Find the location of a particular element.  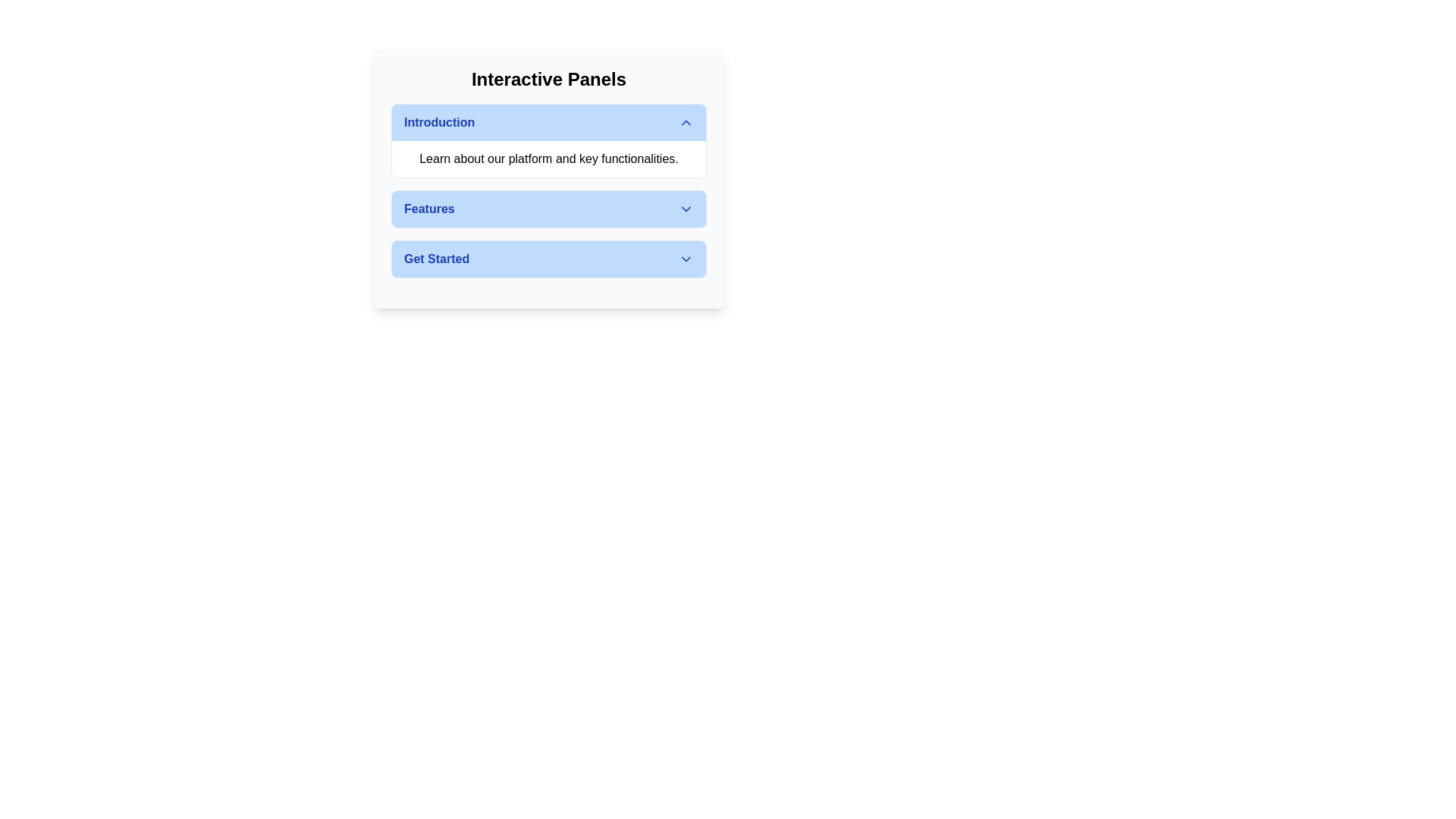

the text label reading 'Features' which is styled with a bold blue font located is located at coordinates (428, 209).